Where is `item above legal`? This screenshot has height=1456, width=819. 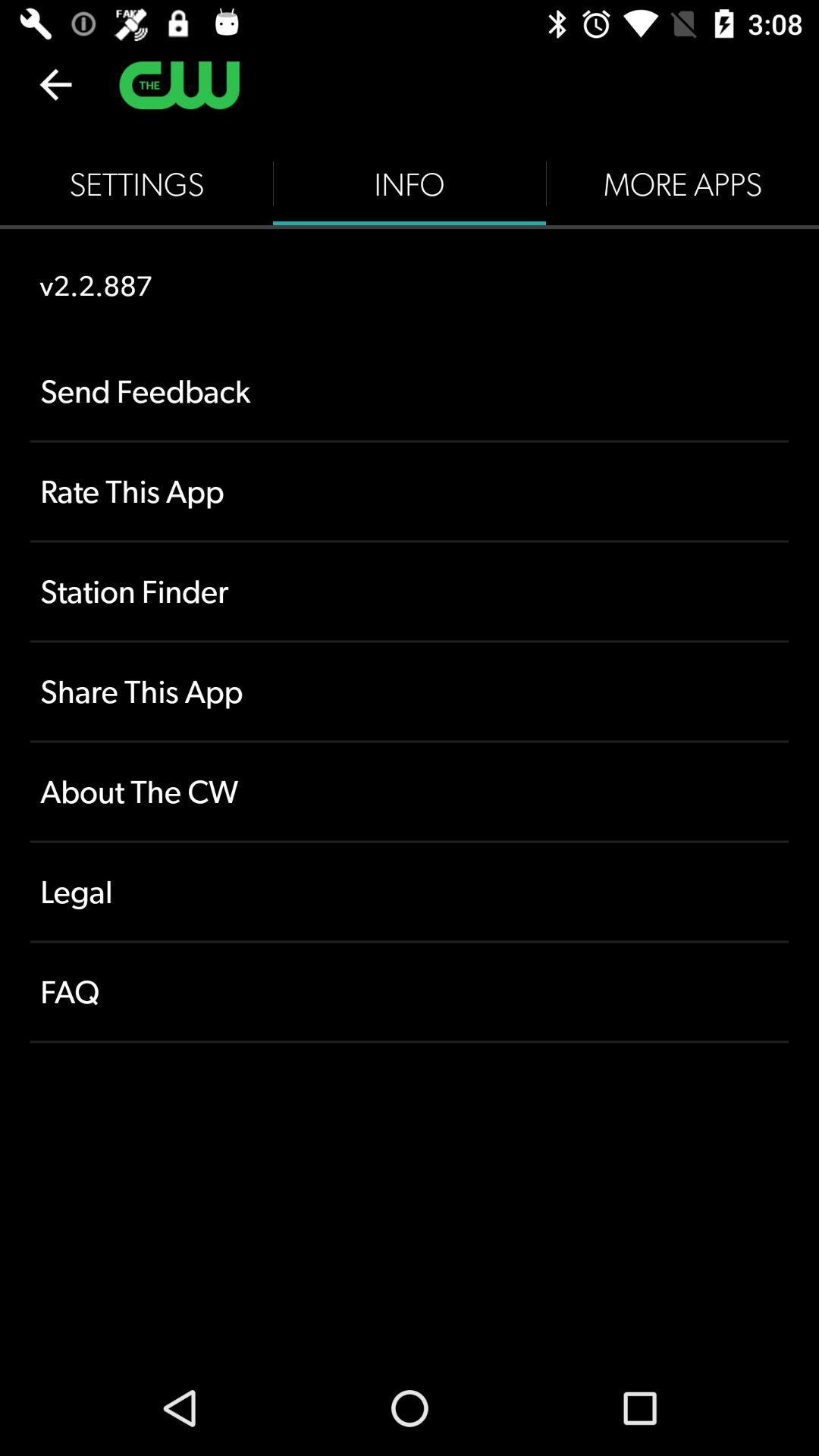 item above legal is located at coordinates (409, 791).